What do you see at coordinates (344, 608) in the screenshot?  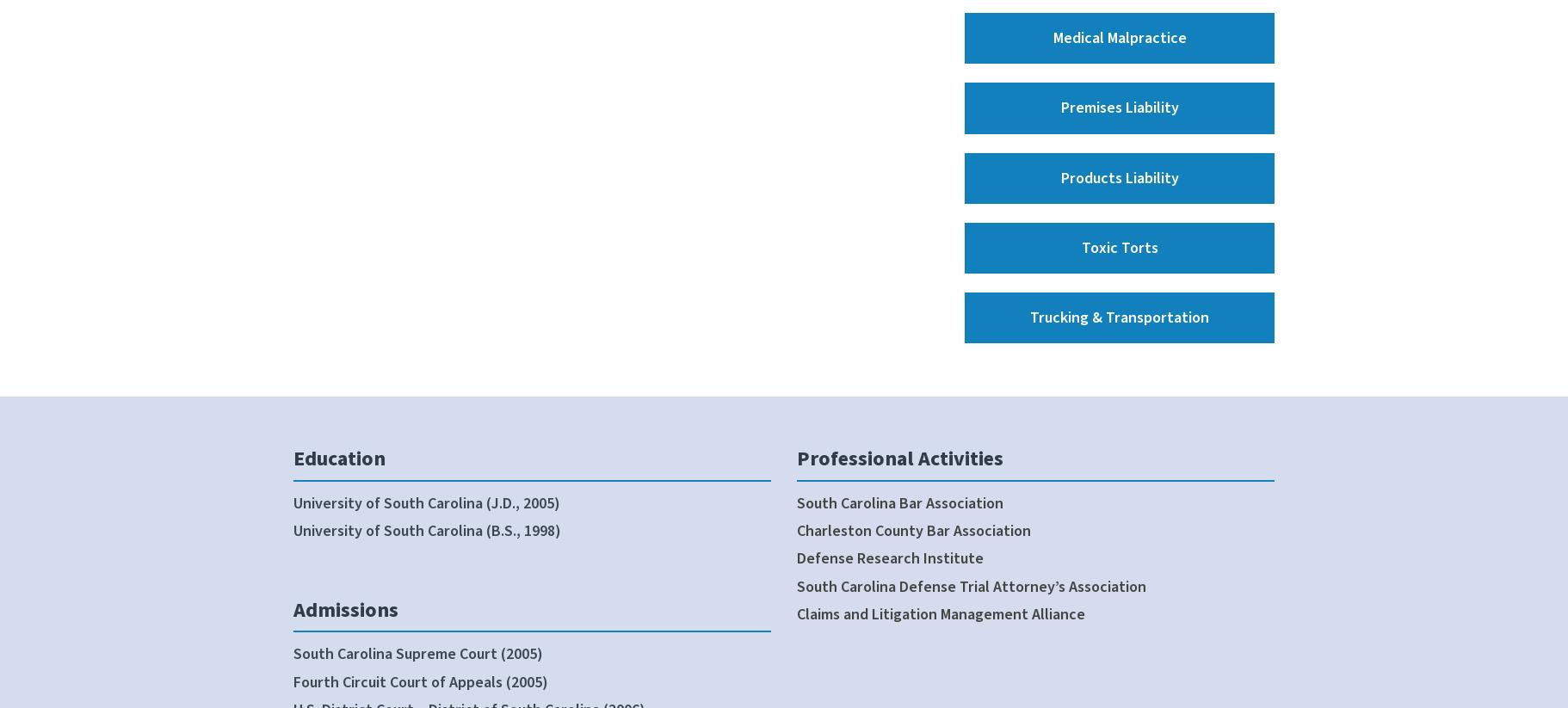 I see `'Admissions'` at bounding box center [344, 608].